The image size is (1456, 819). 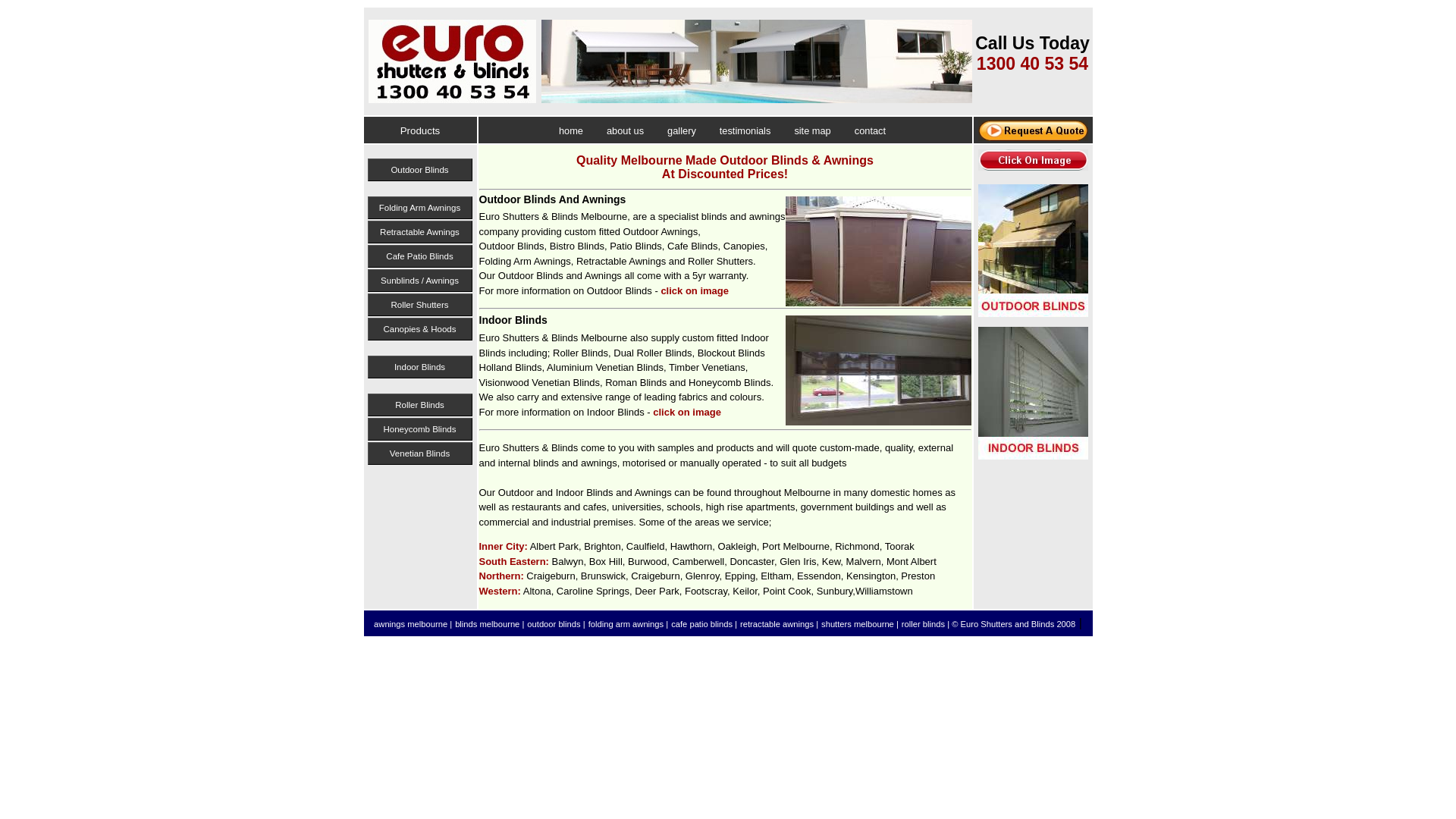 What do you see at coordinates (419, 281) in the screenshot?
I see `'Sunblinds / Awnings'` at bounding box center [419, 281].